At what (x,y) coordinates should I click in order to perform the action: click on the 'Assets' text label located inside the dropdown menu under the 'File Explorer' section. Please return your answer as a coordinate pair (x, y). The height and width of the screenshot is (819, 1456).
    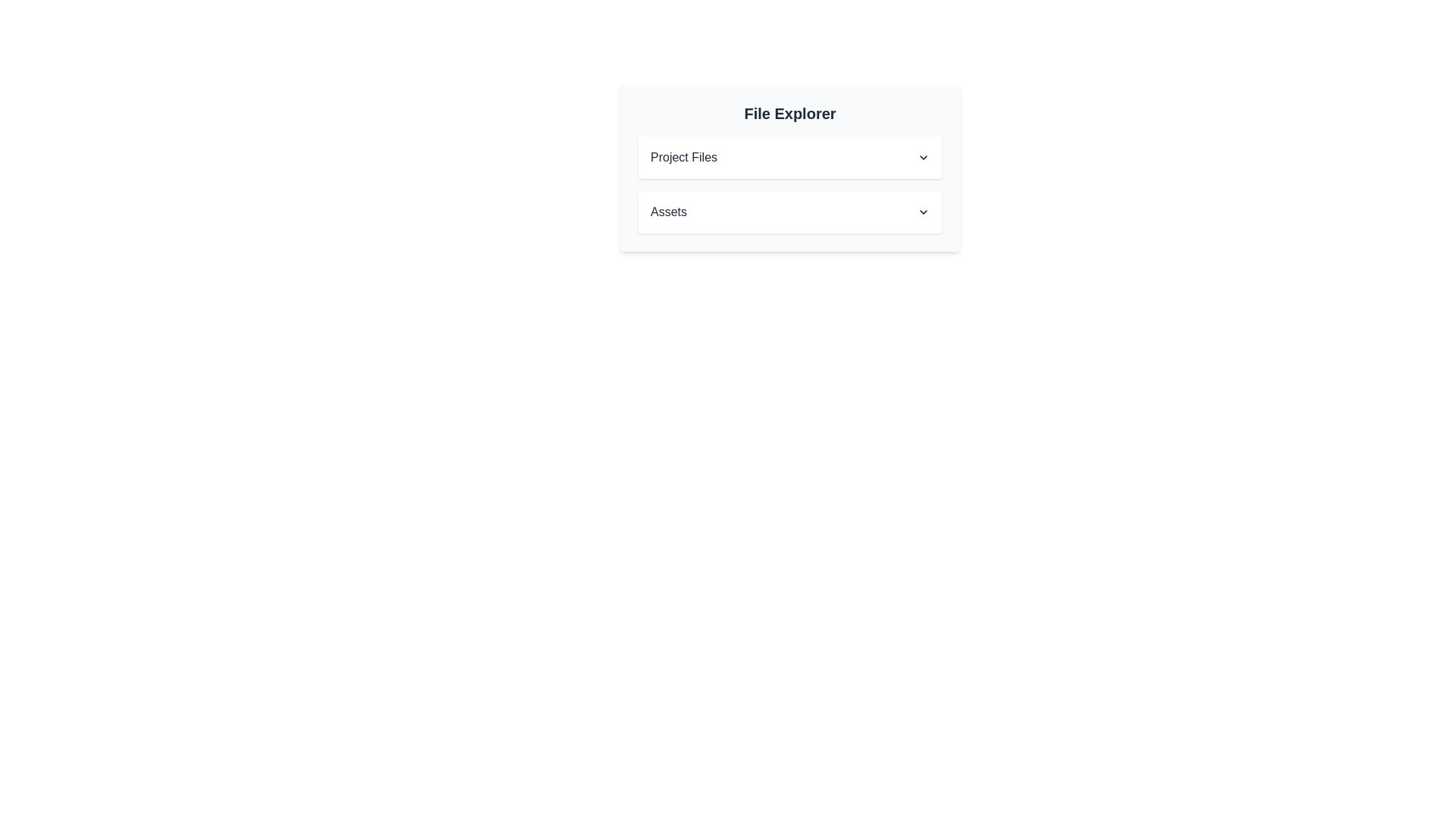
    Looking at the image, I should click on (668, 212).